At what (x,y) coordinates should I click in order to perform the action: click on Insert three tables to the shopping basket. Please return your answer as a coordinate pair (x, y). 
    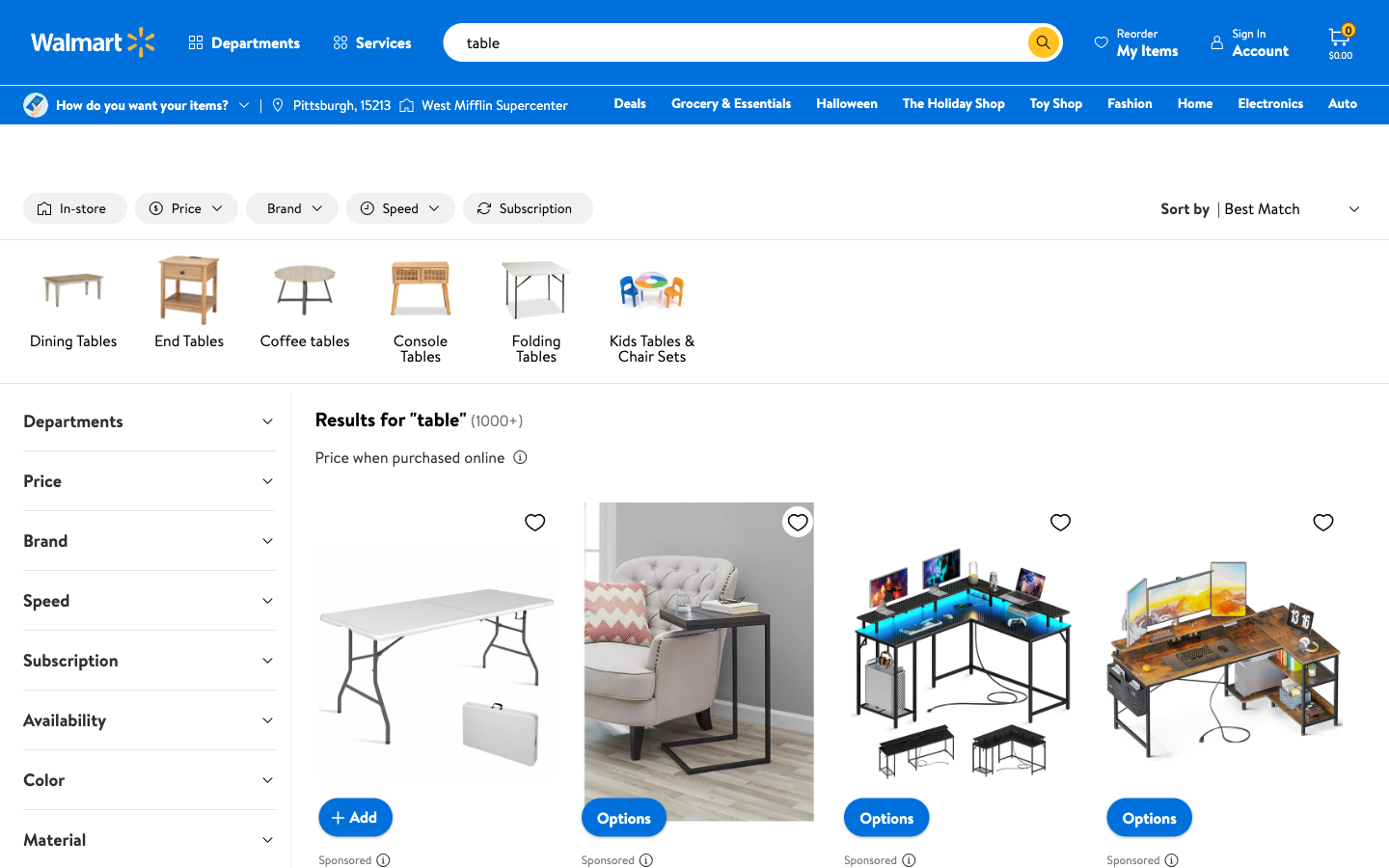
    Looking at the image, I should click on (354, 816).